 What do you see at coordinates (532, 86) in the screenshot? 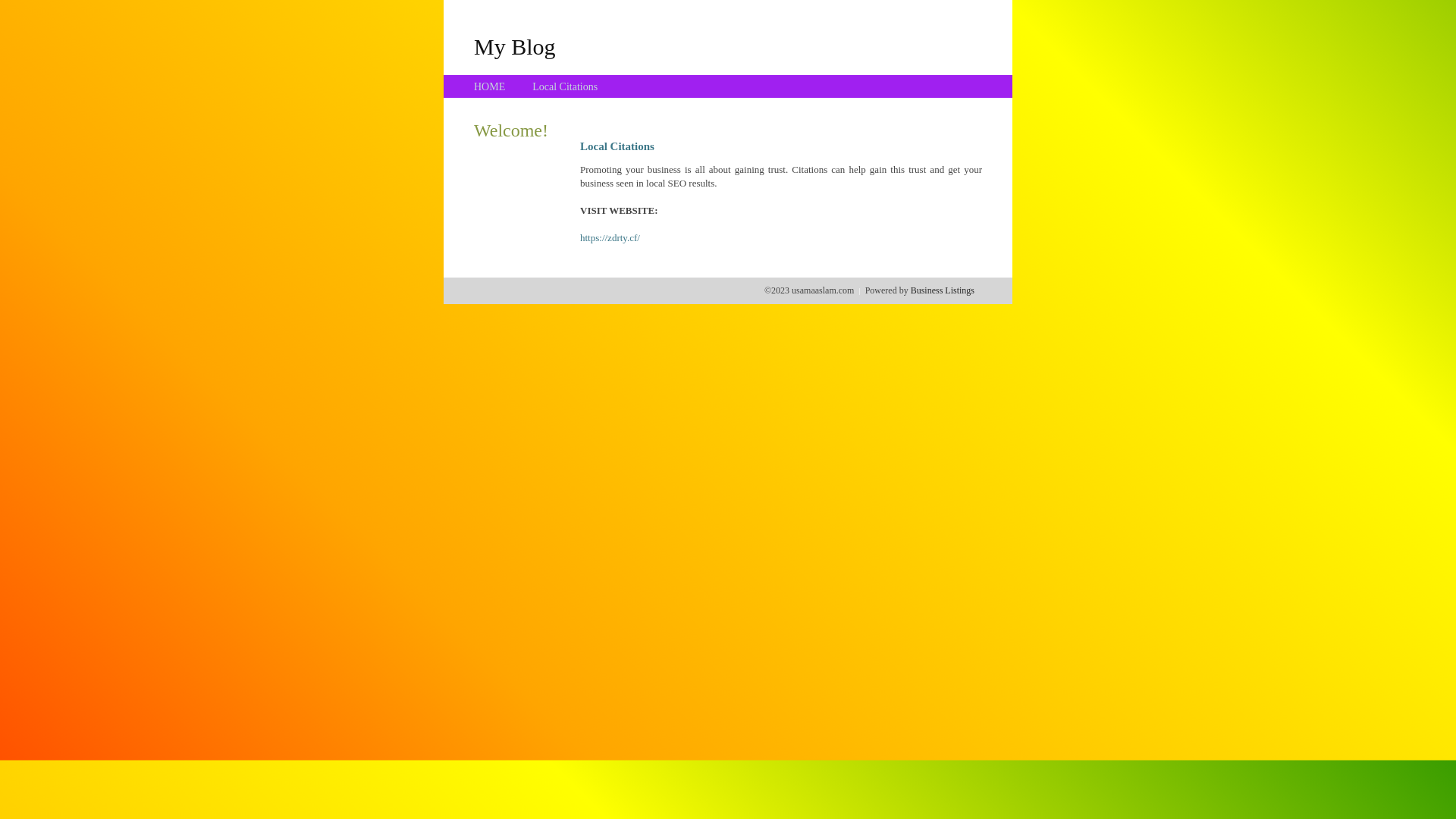
I see `'Local Citations'` at bounding box center [532, 86].